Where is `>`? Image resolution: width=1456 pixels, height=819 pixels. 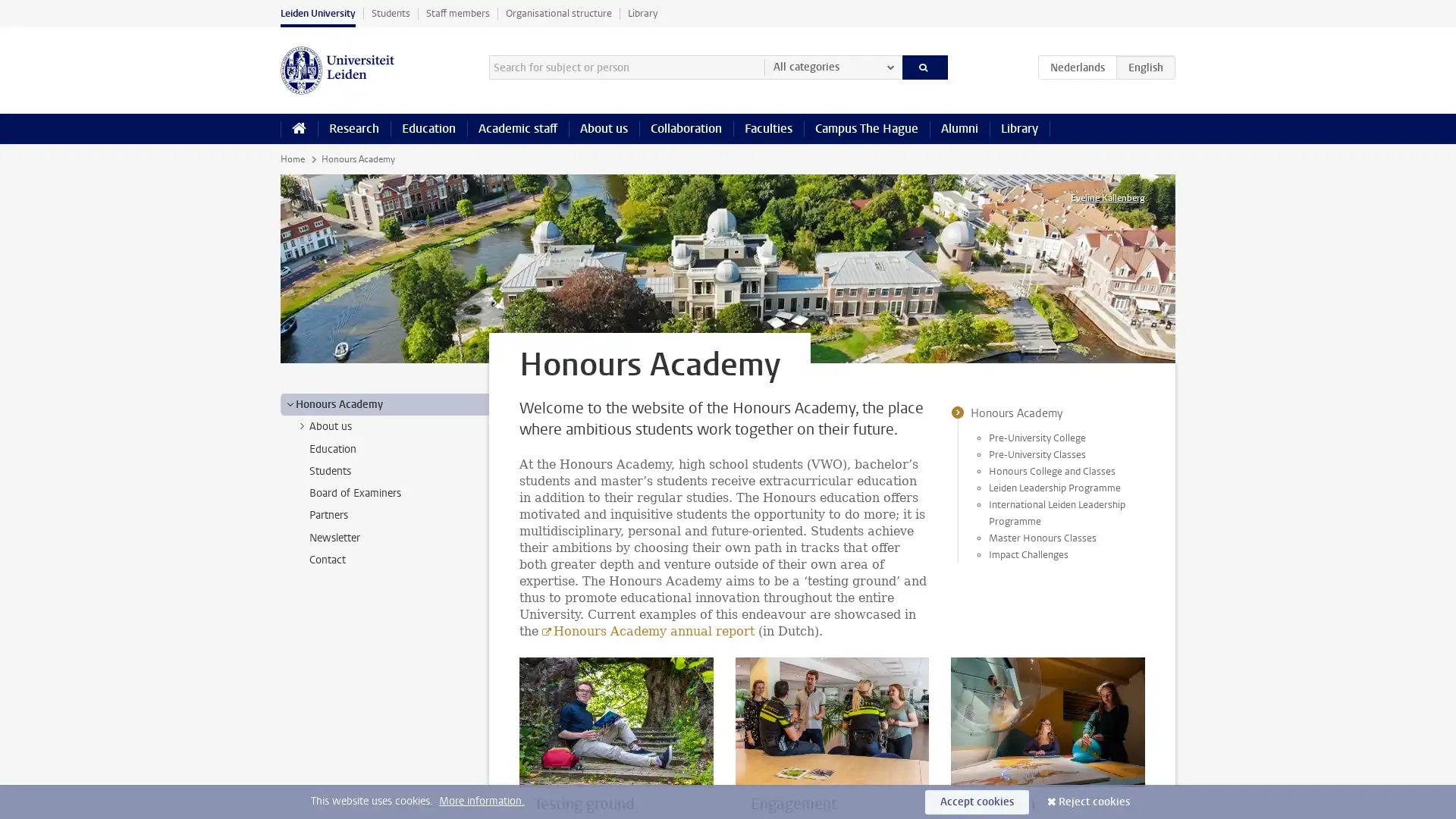 > is located at coordinates (290, 403).